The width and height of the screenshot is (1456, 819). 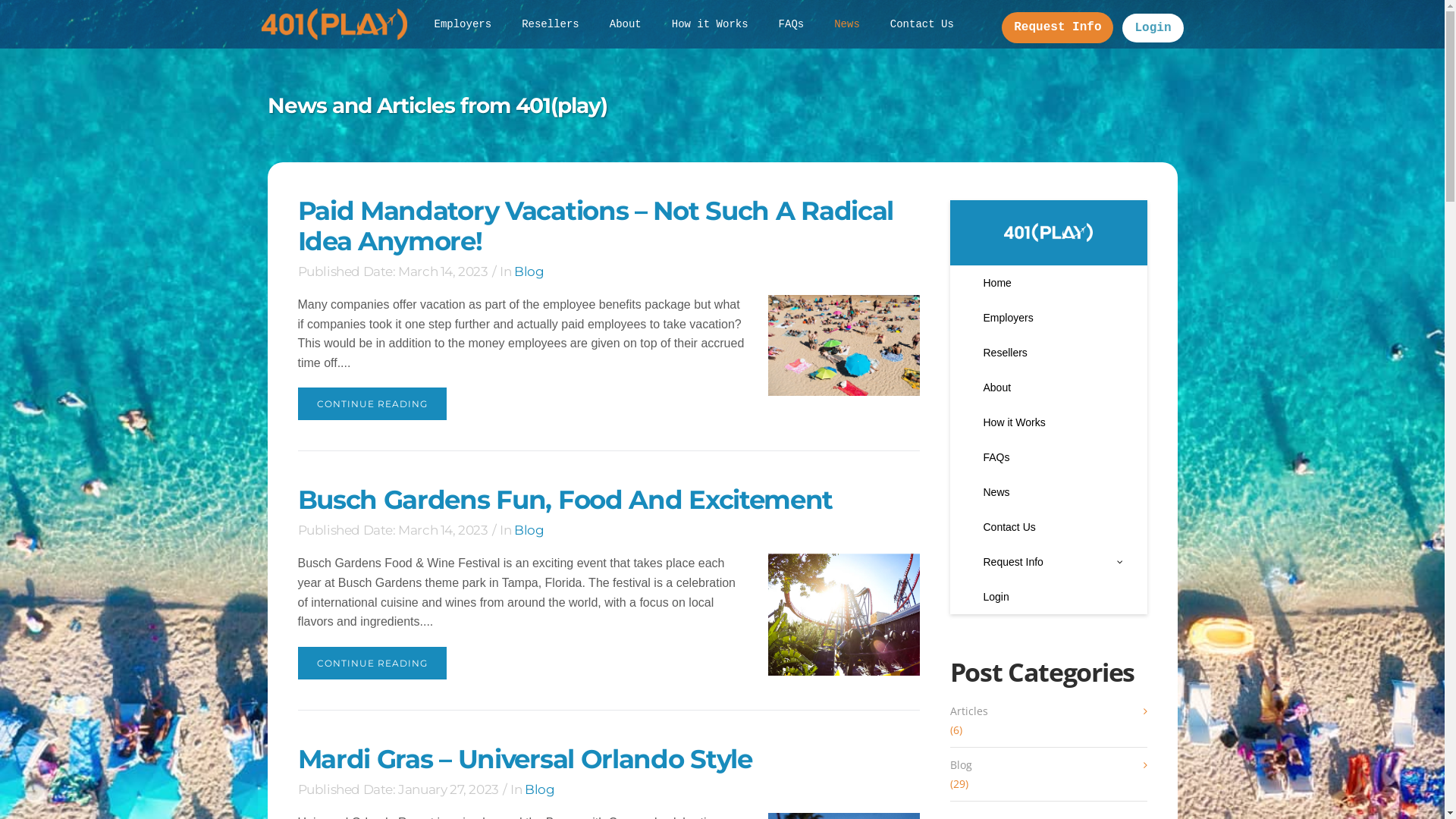 I want to click on 'Resellers', so click(x=549, y=24).